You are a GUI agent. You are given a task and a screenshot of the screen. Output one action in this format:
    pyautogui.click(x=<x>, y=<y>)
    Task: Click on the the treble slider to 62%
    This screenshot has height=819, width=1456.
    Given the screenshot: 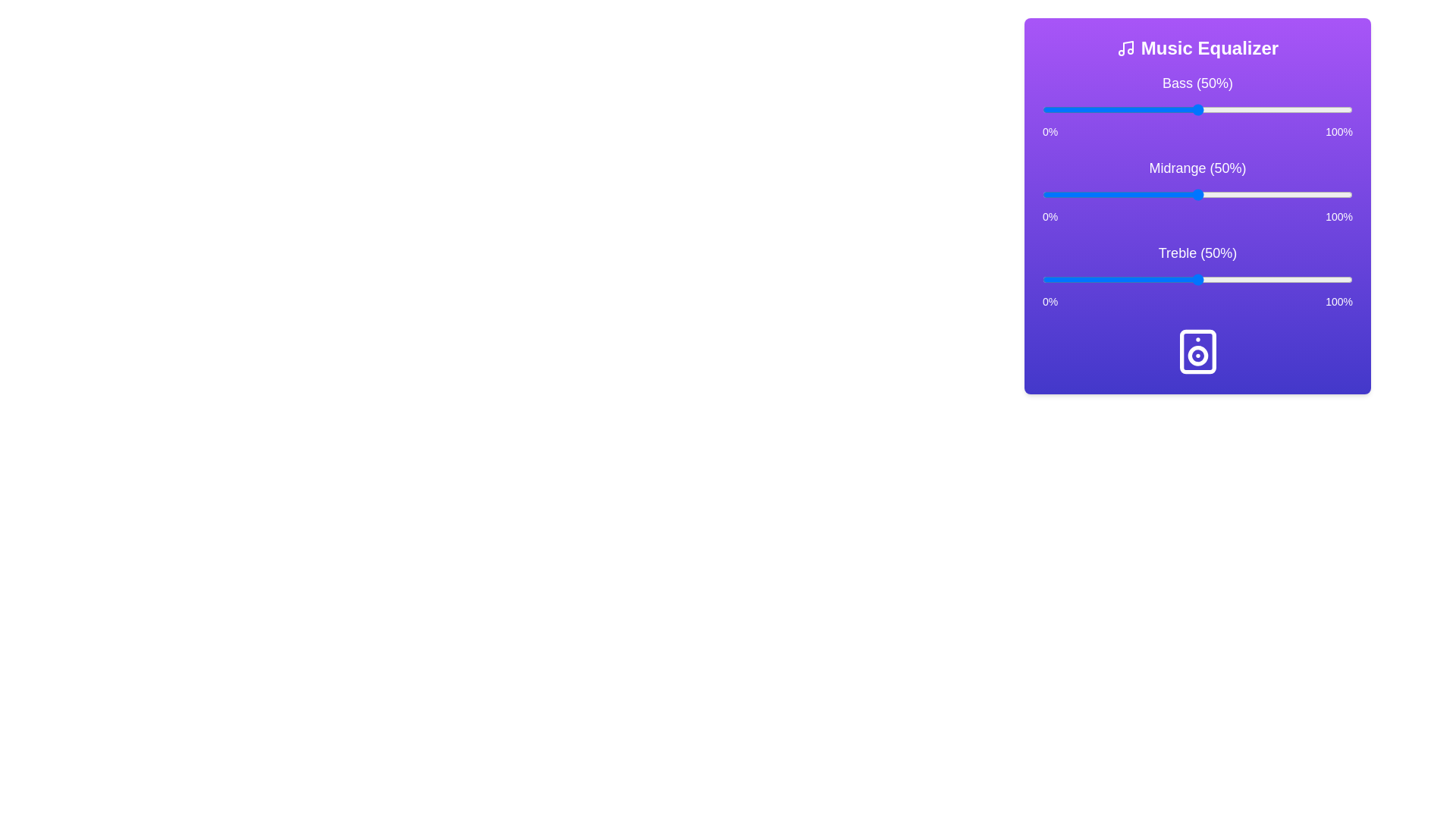 What is the action you would take?
    pyautogui.click(x=1235, y=280)
    